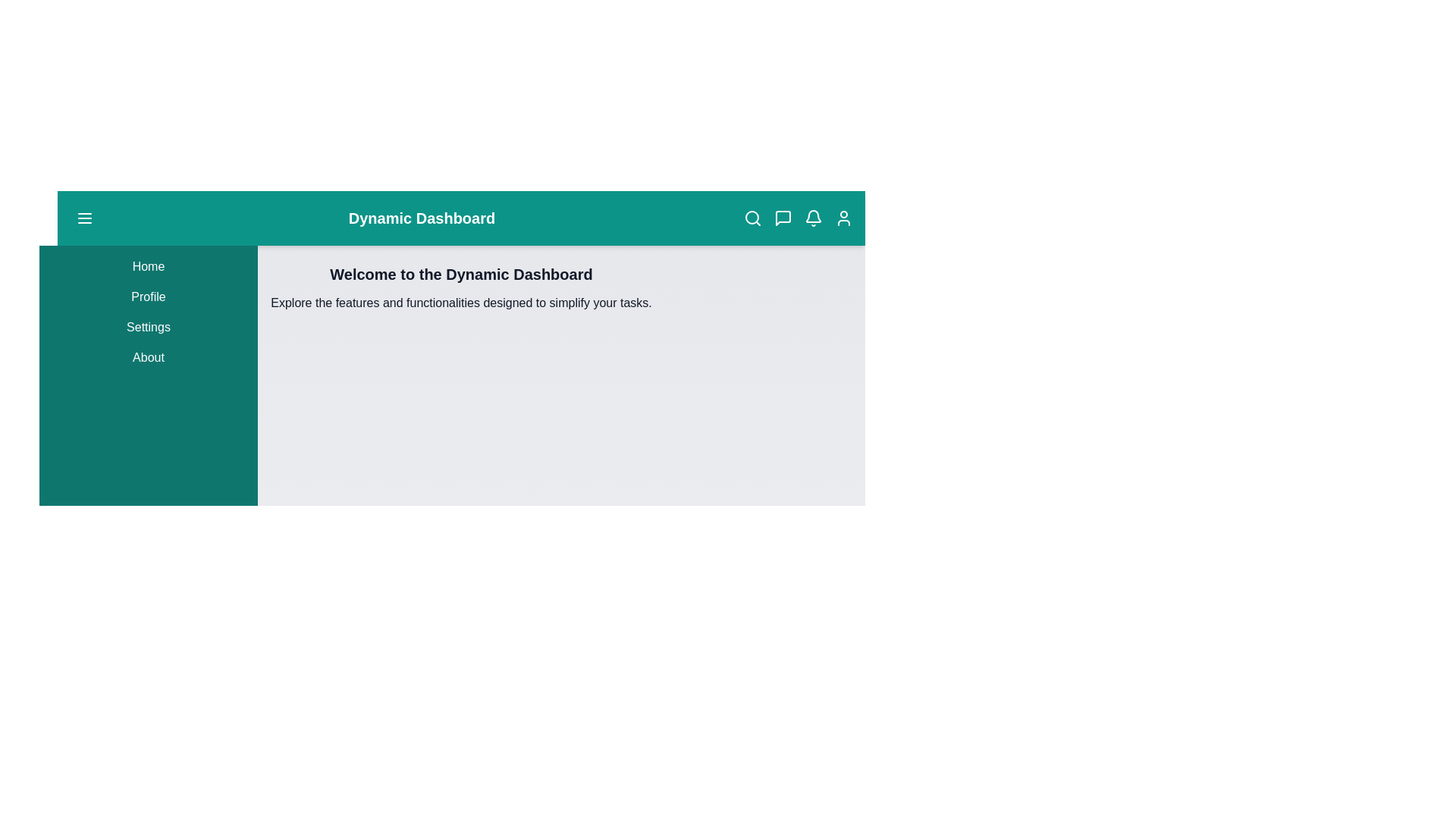 The width and height of the screenshot is (1456, 819). I want to click on the user profile icon located at the top-right corner of the app bar, so click(843, 218).